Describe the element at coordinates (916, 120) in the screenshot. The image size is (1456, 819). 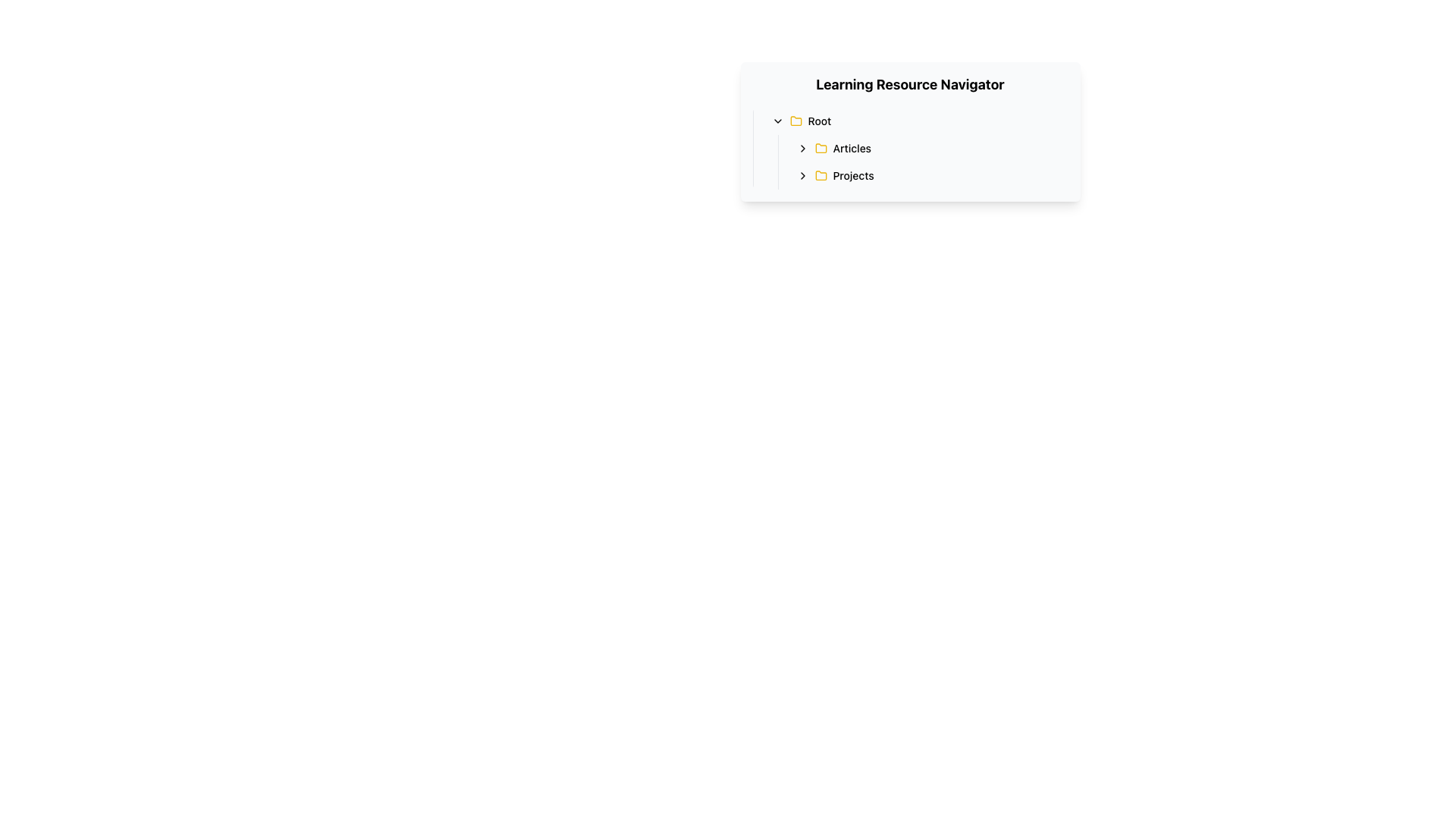
I see `the arrow of the first interactive list item under 'Learning Resource Navigator'` at that location.